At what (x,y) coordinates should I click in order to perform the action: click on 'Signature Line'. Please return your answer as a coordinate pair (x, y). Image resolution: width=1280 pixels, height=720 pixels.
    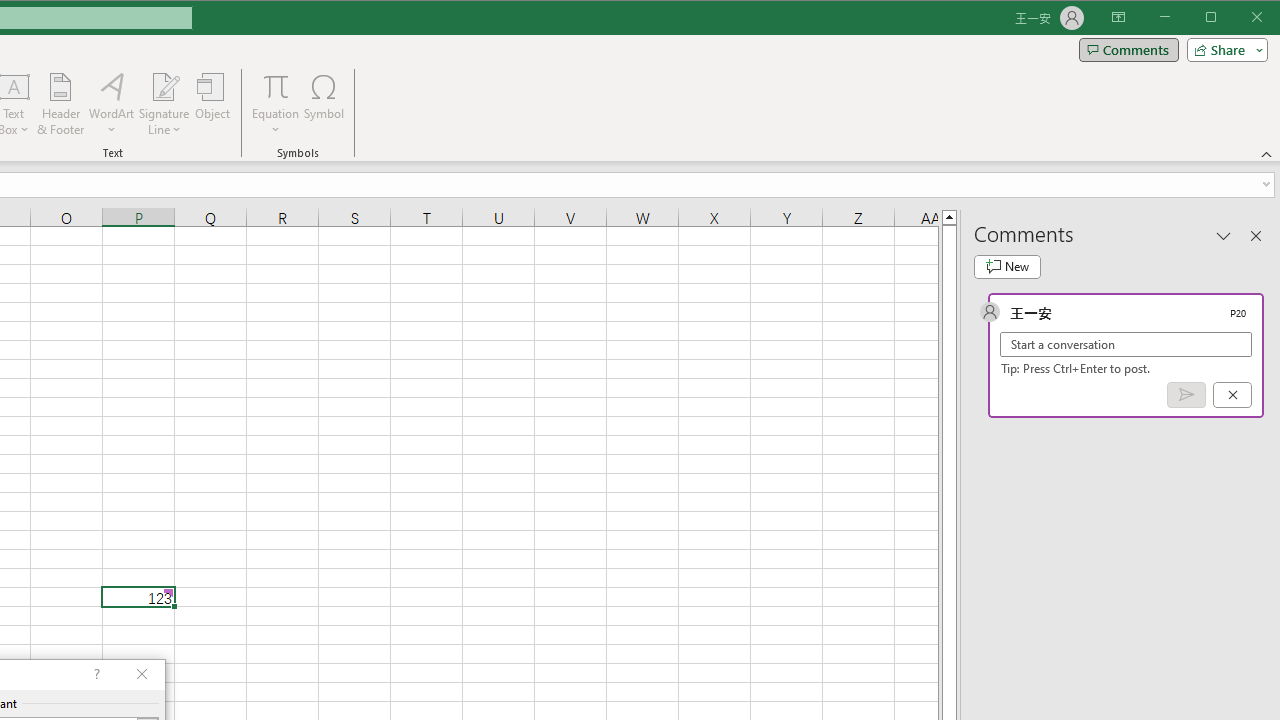
    Looking at the image, I should click on (164, 104).